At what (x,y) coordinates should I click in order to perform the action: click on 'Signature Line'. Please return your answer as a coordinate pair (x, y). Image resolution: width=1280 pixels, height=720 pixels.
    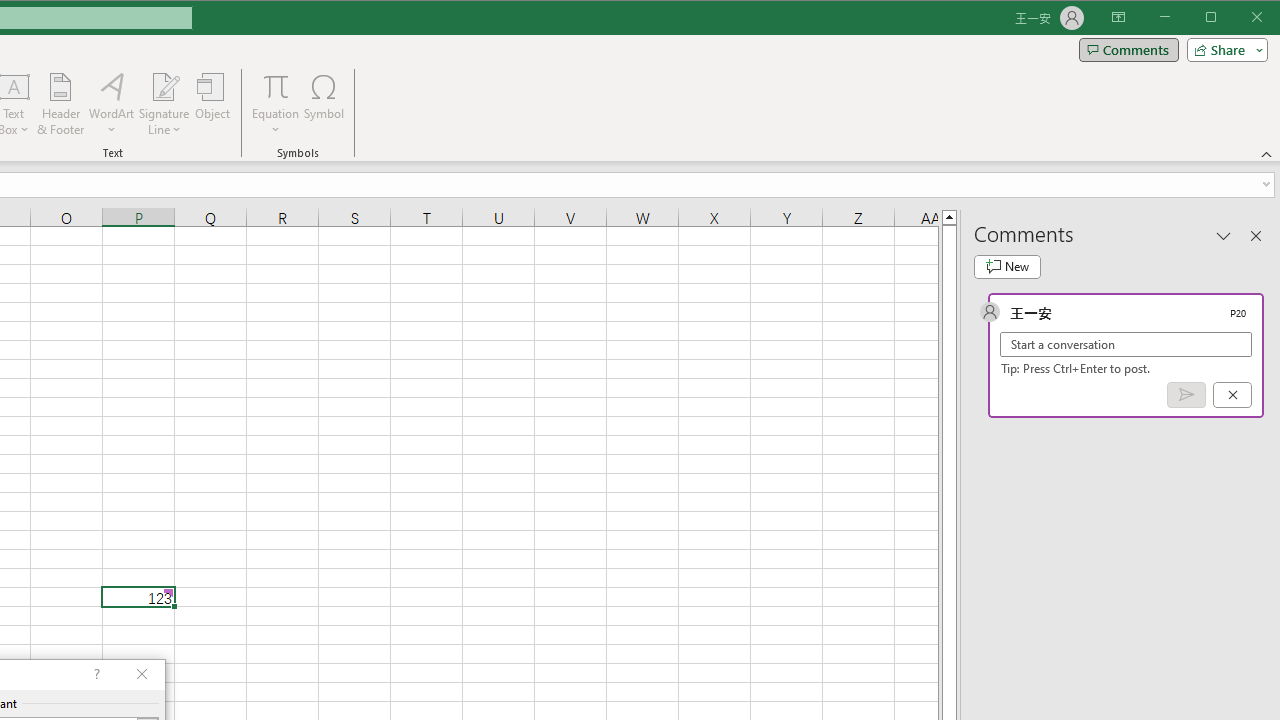
    Looking at the image, I should click on (164, 104).